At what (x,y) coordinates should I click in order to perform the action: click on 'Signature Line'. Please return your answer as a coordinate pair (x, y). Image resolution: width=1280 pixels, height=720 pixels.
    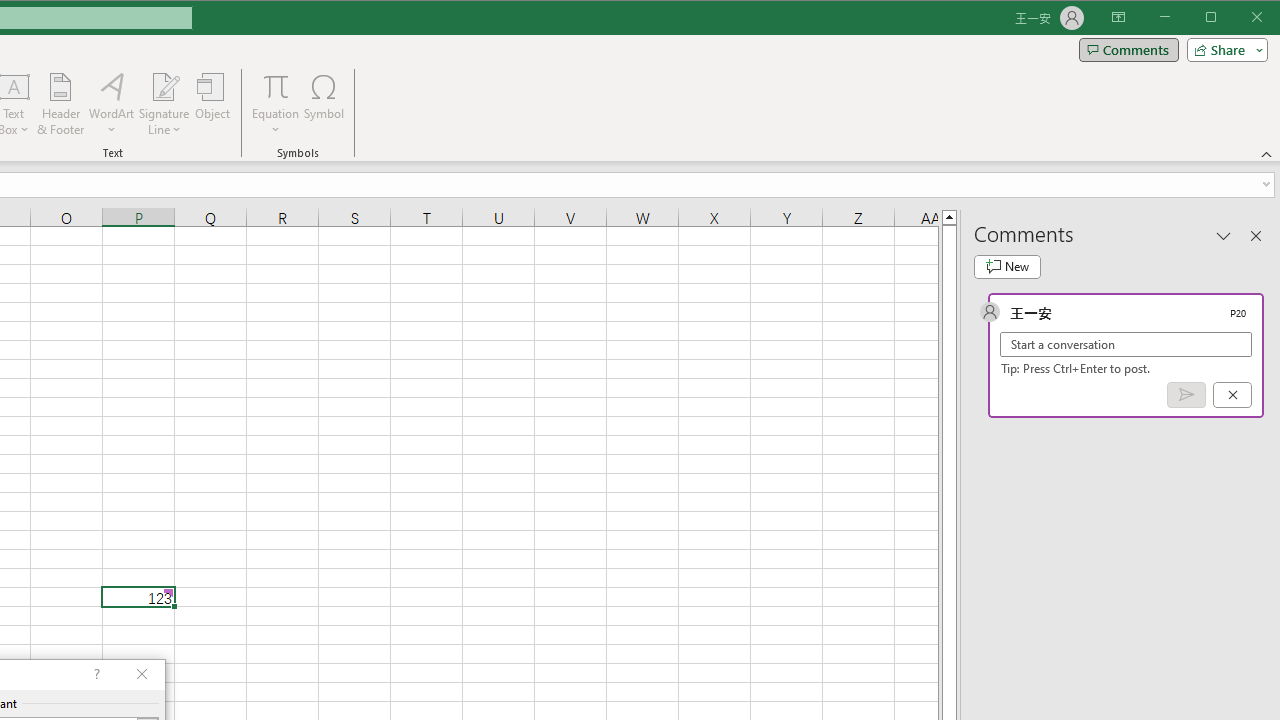
    Looking at the image, I should click on (164, 104).